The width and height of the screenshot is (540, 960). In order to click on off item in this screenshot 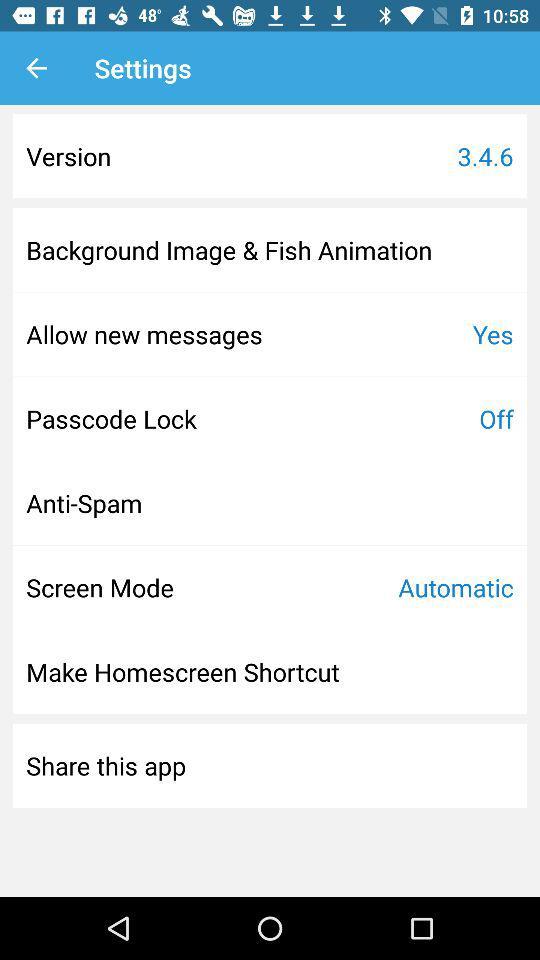, I will do `click(495, 417)`.